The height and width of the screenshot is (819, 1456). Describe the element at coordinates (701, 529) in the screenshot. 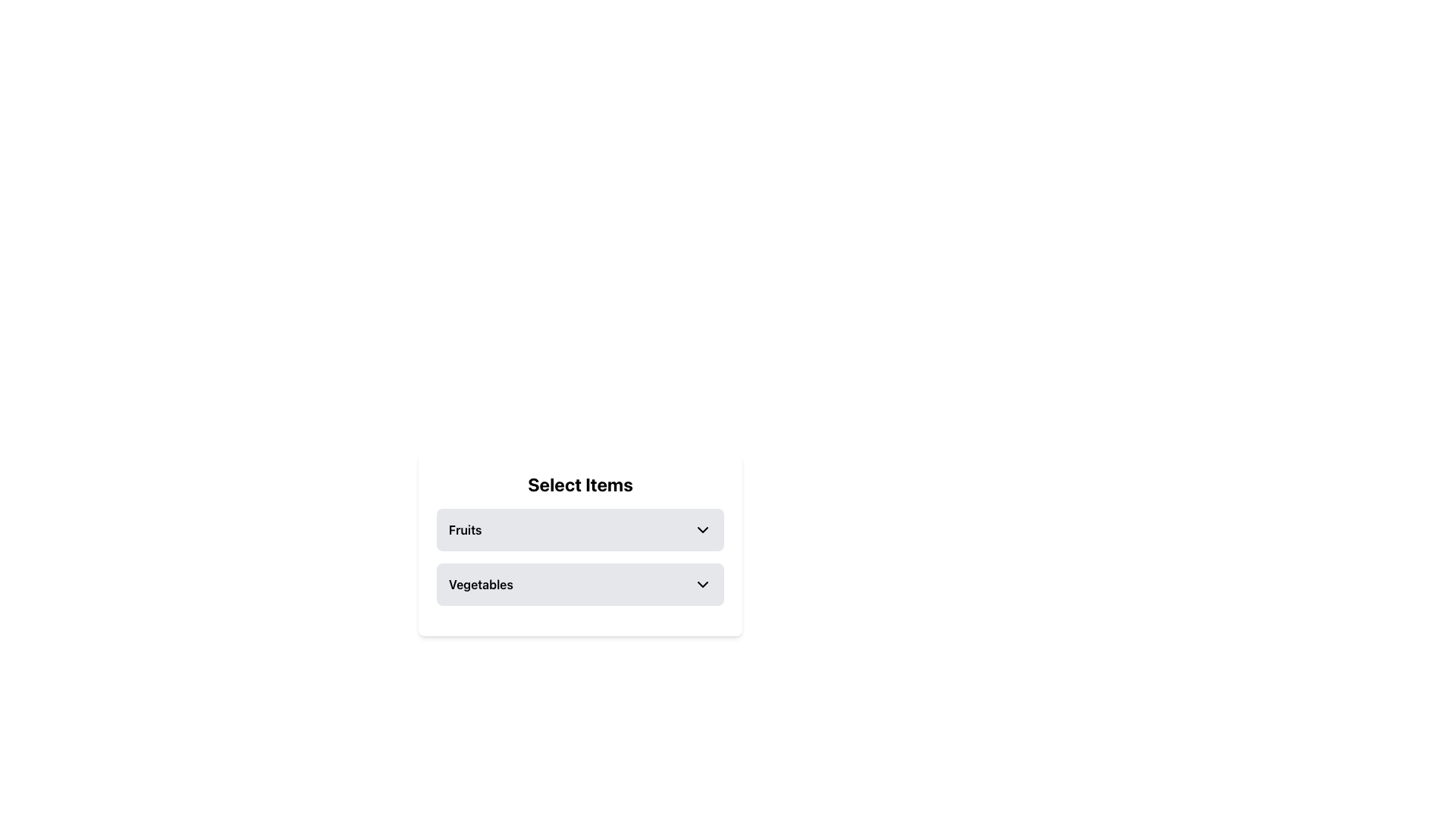

I see `the downwards-pointing chevron icon located to the right of the text 'Fruits'` at that location.